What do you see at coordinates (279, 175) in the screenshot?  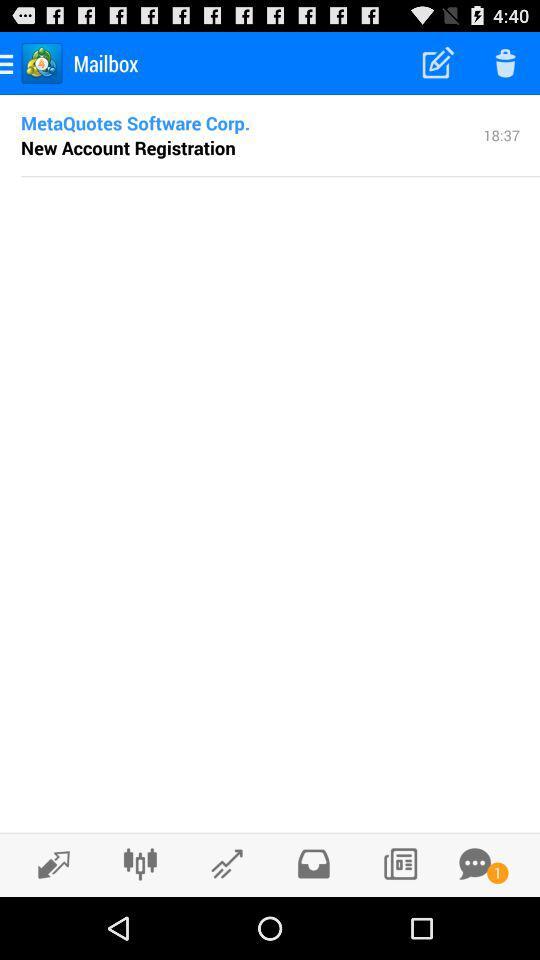 I see `icon at the top` at bounding box center [279, 175].